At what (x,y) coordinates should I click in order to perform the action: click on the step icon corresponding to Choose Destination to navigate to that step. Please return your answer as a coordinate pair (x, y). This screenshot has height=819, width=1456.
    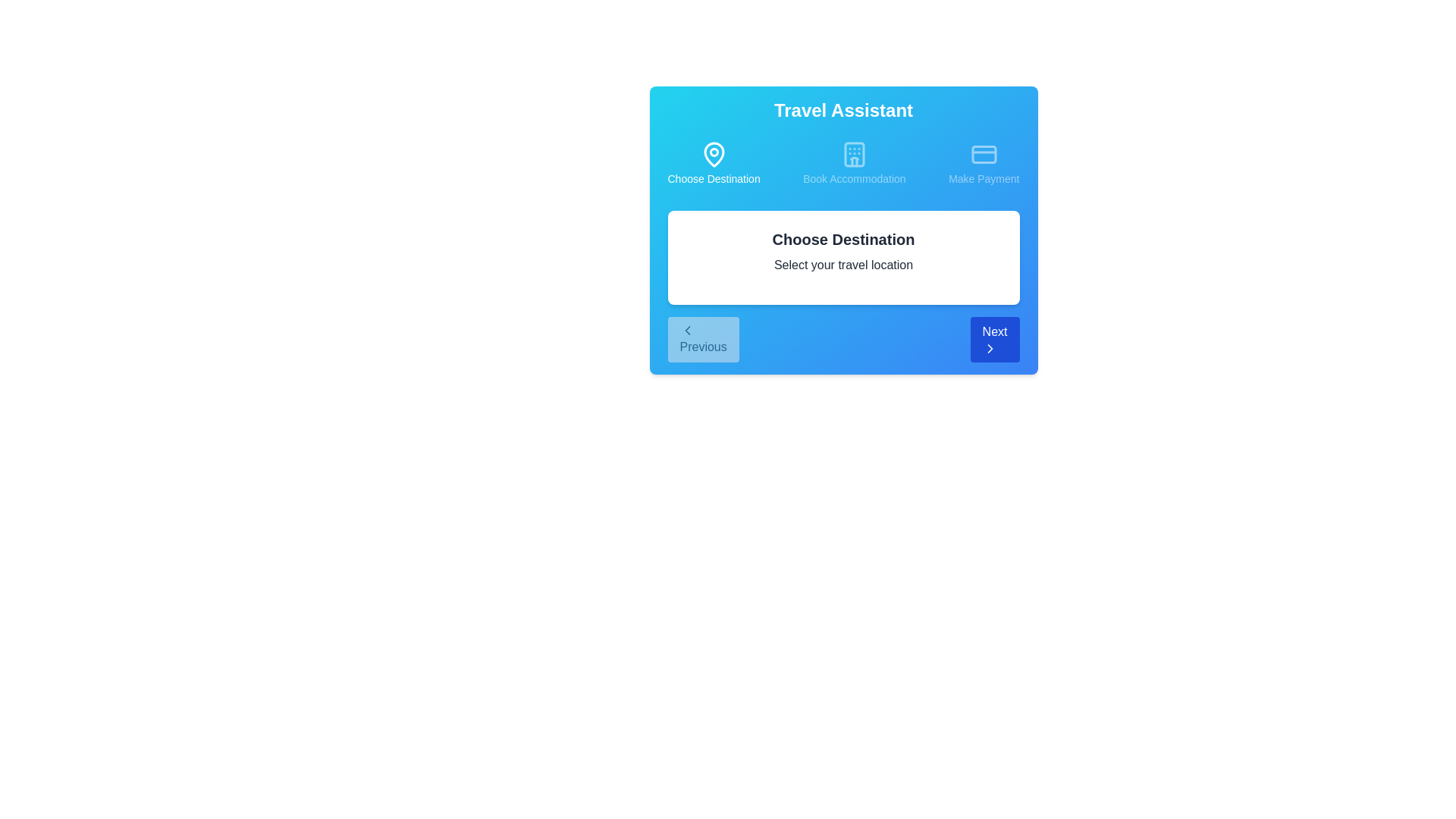
    Looking at the image, I should click on (713, 164).